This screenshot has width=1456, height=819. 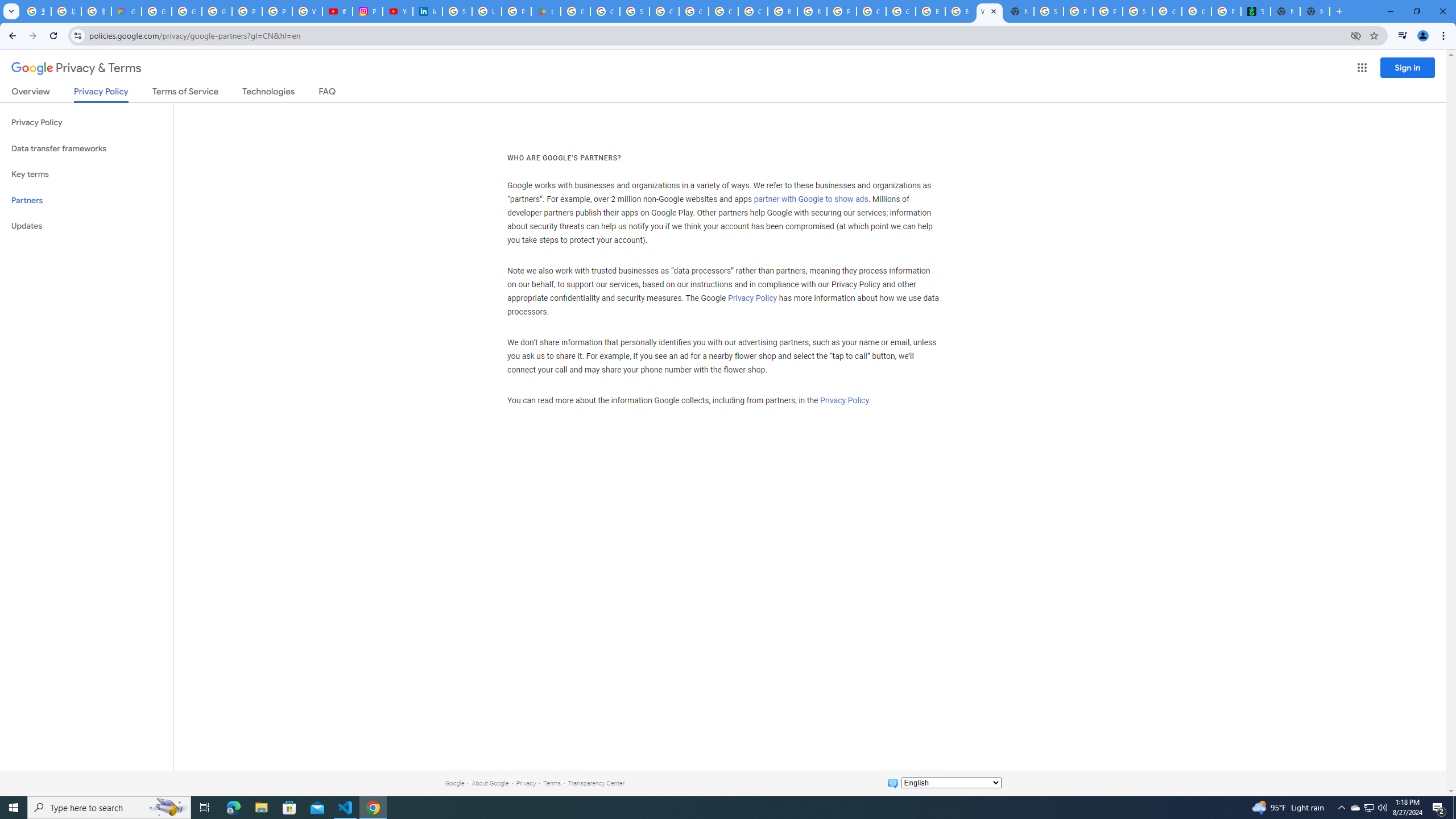 What do you see at coordinates (396, 11) in the screenshot?
I see `'YouTube Culture & Trends - On The Rise: Handcam Videos'` at bounding box center [396, 11].